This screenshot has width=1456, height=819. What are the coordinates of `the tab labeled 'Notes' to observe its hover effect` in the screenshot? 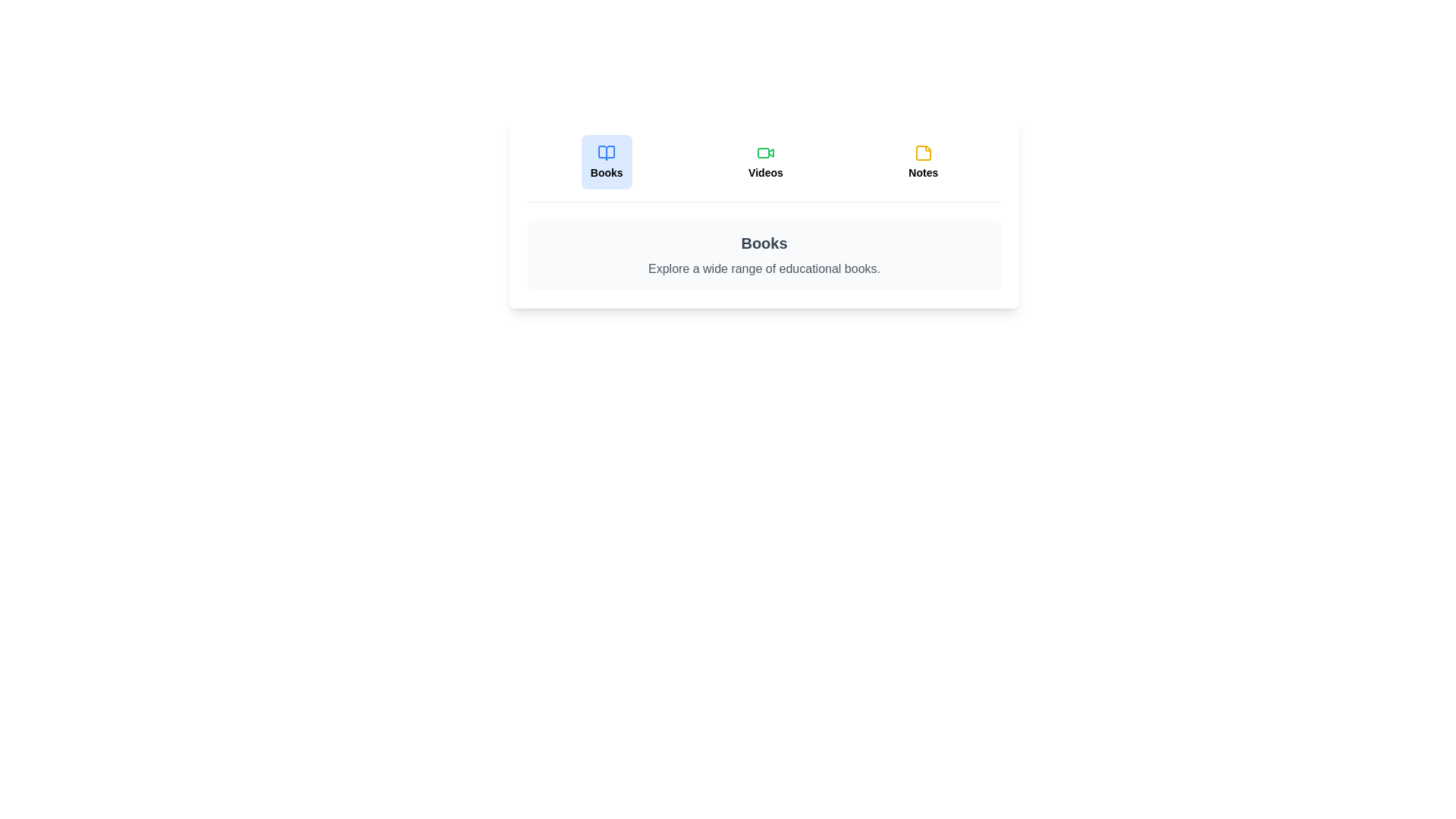 It's located at (923, 162).